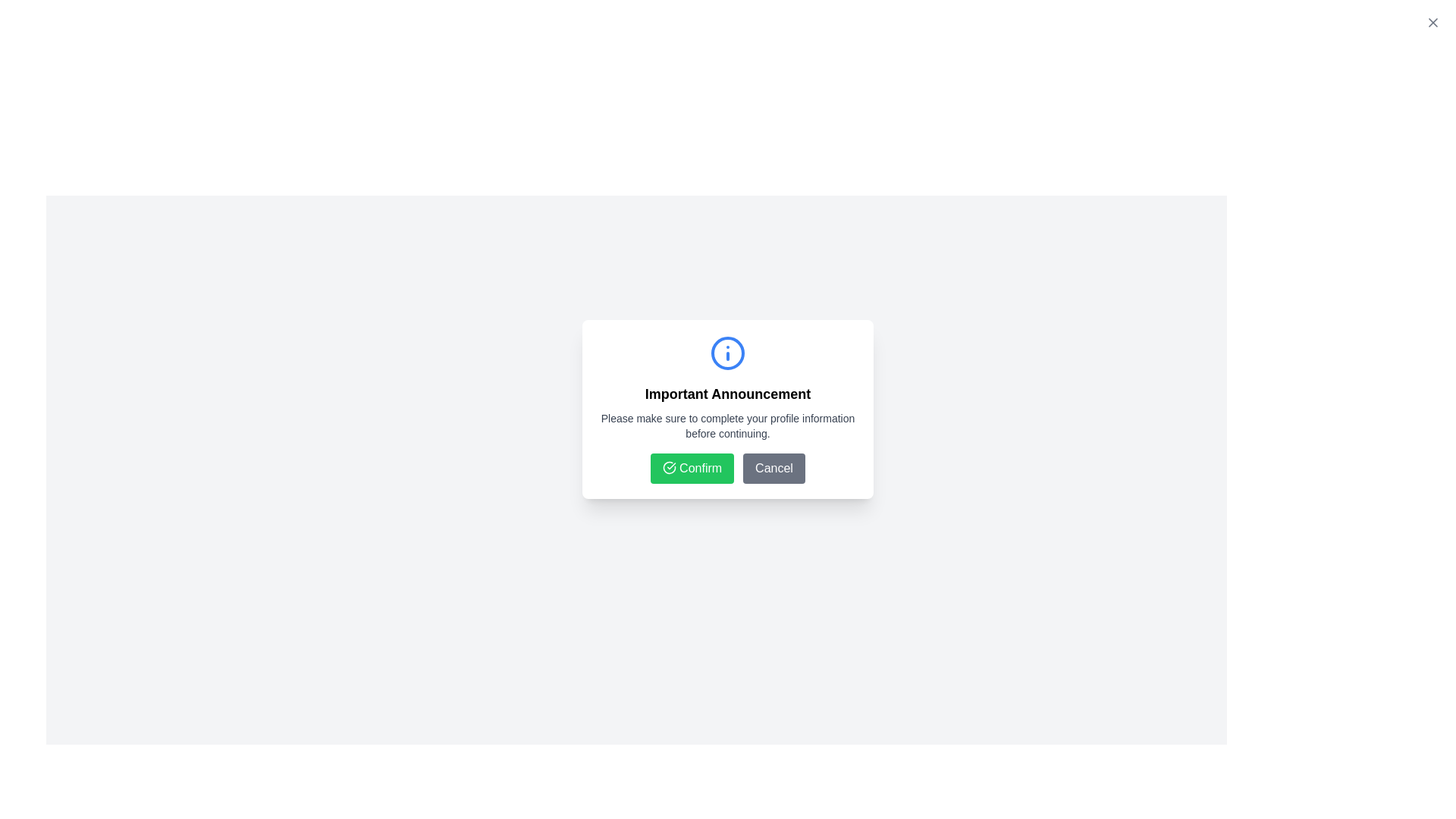 This screenshot has height=819, width=1456. I want to click on the bold text label 'Important Announcement' that is prominently displayed in the modal dialog box, so click(728, 394).